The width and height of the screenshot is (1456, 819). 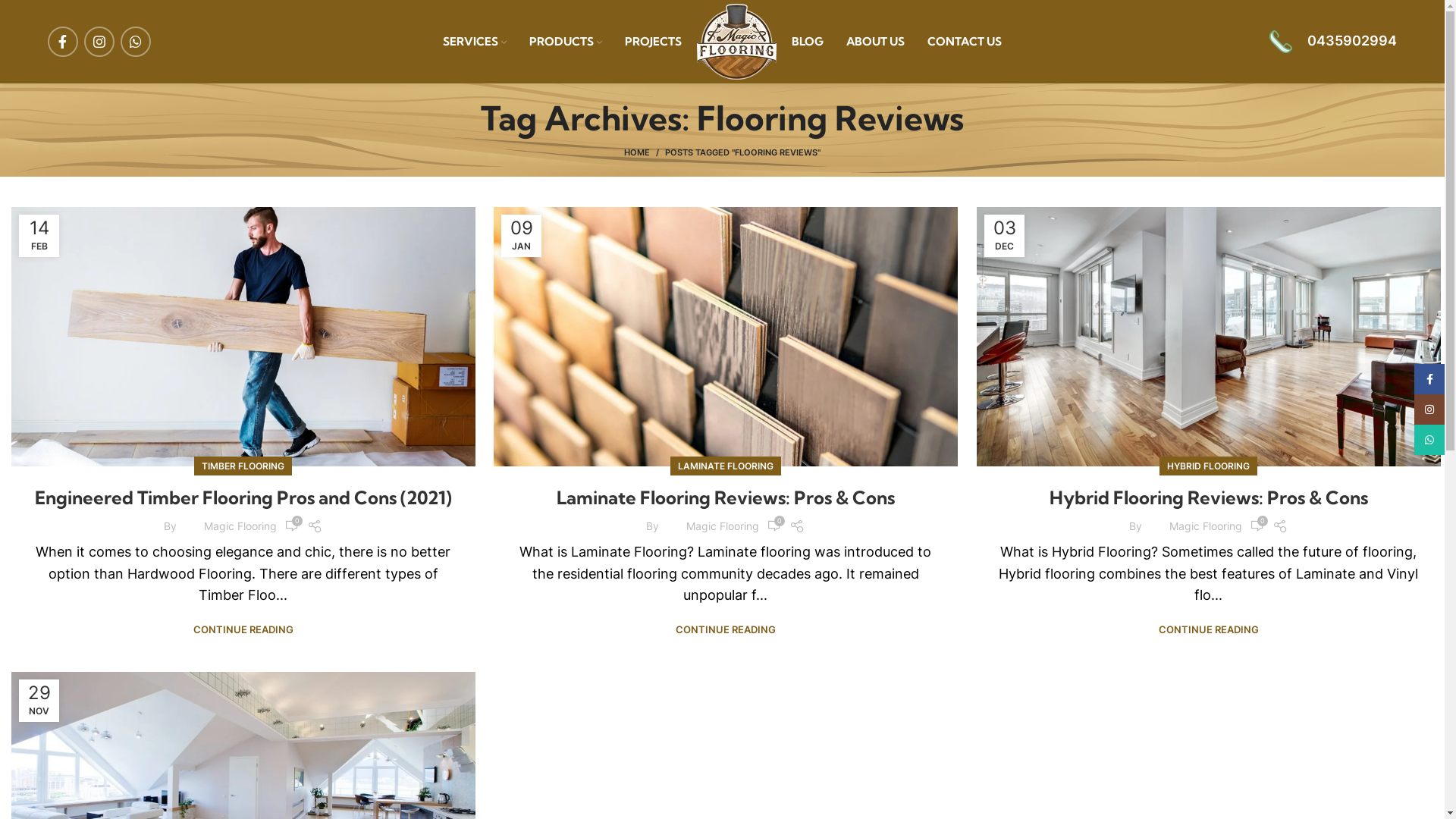 I want to click on '0', so click(x=291, y=526).